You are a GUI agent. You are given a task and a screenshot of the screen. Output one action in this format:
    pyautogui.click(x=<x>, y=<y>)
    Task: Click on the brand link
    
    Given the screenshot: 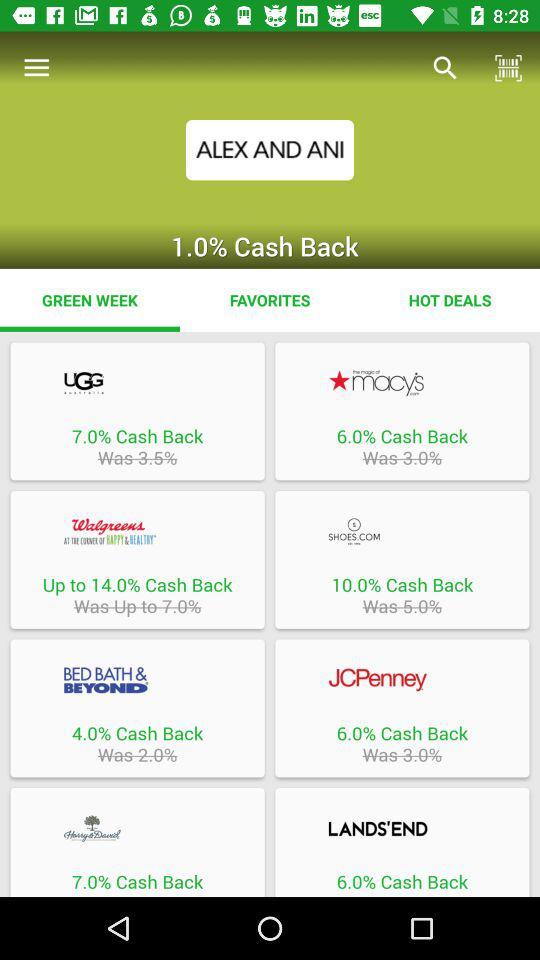 What is the action you would take?
    pyautogui.click(x=402, y=828)
    